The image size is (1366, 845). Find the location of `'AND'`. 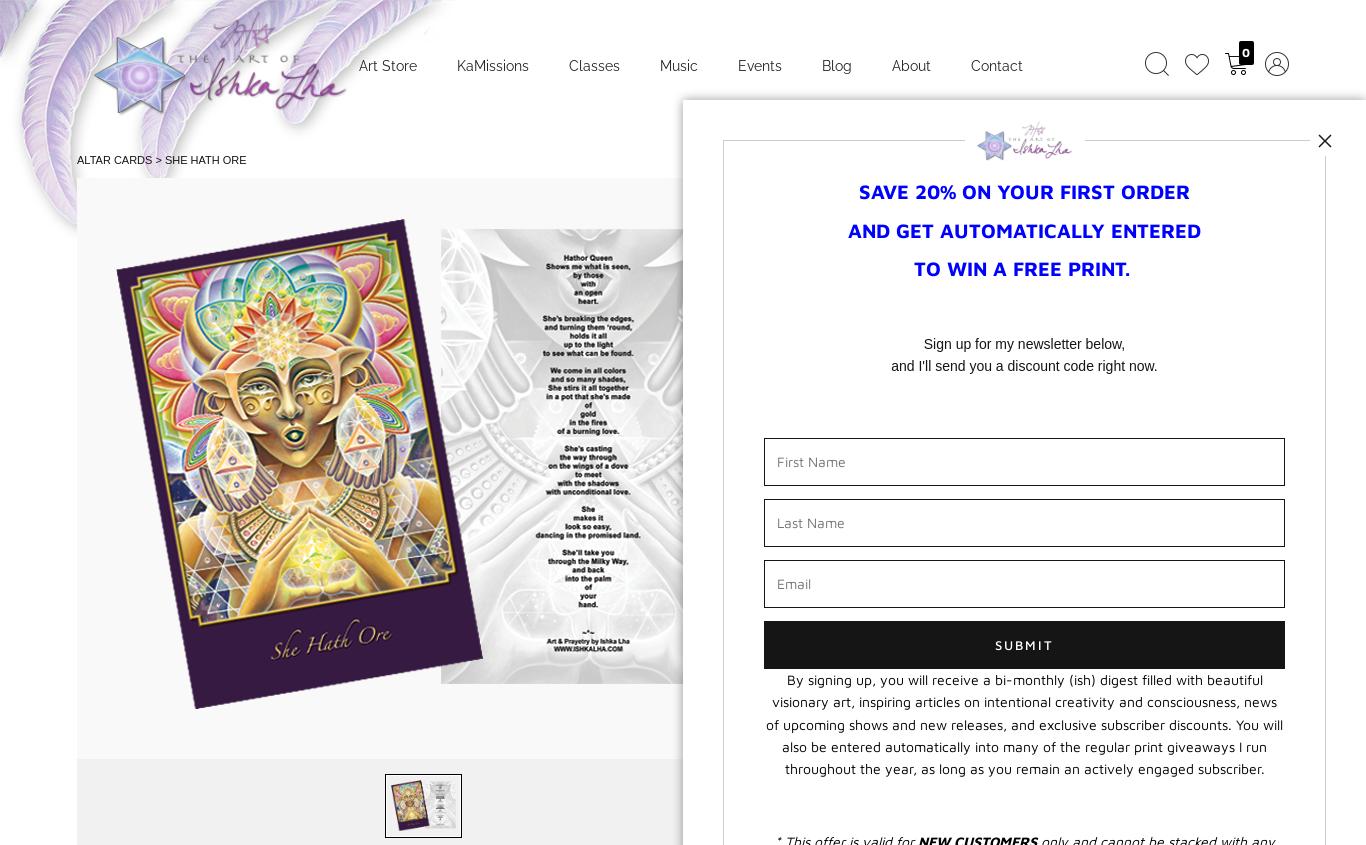

'AND' is located at coordinates (871, 228).